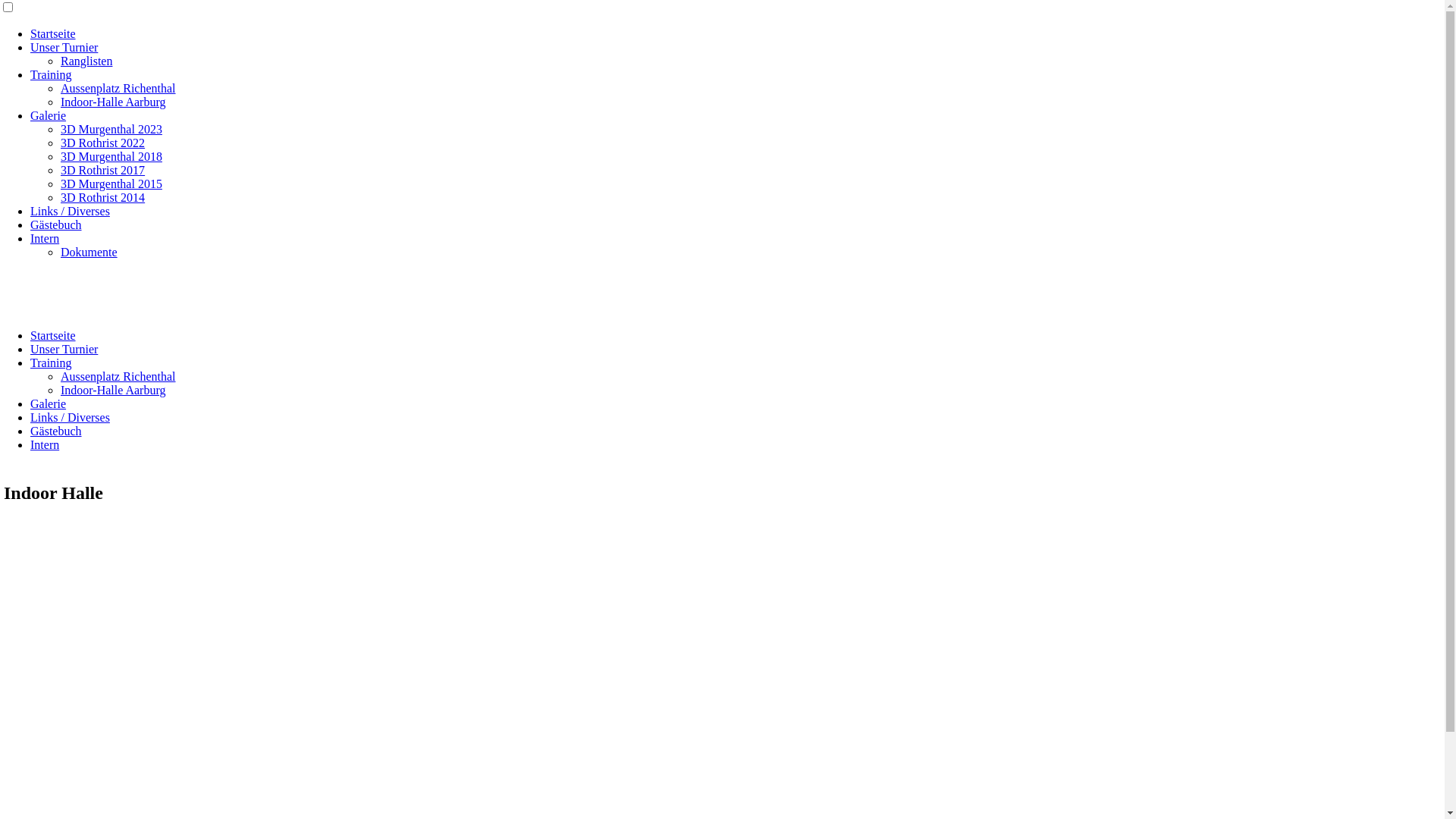 Image resolution: width=1456 pixels, height=819 pixels. What do you see at coordinates (48, 115) in the screenshot?
I see `'Galerie'` at bounding box center [48, 115].